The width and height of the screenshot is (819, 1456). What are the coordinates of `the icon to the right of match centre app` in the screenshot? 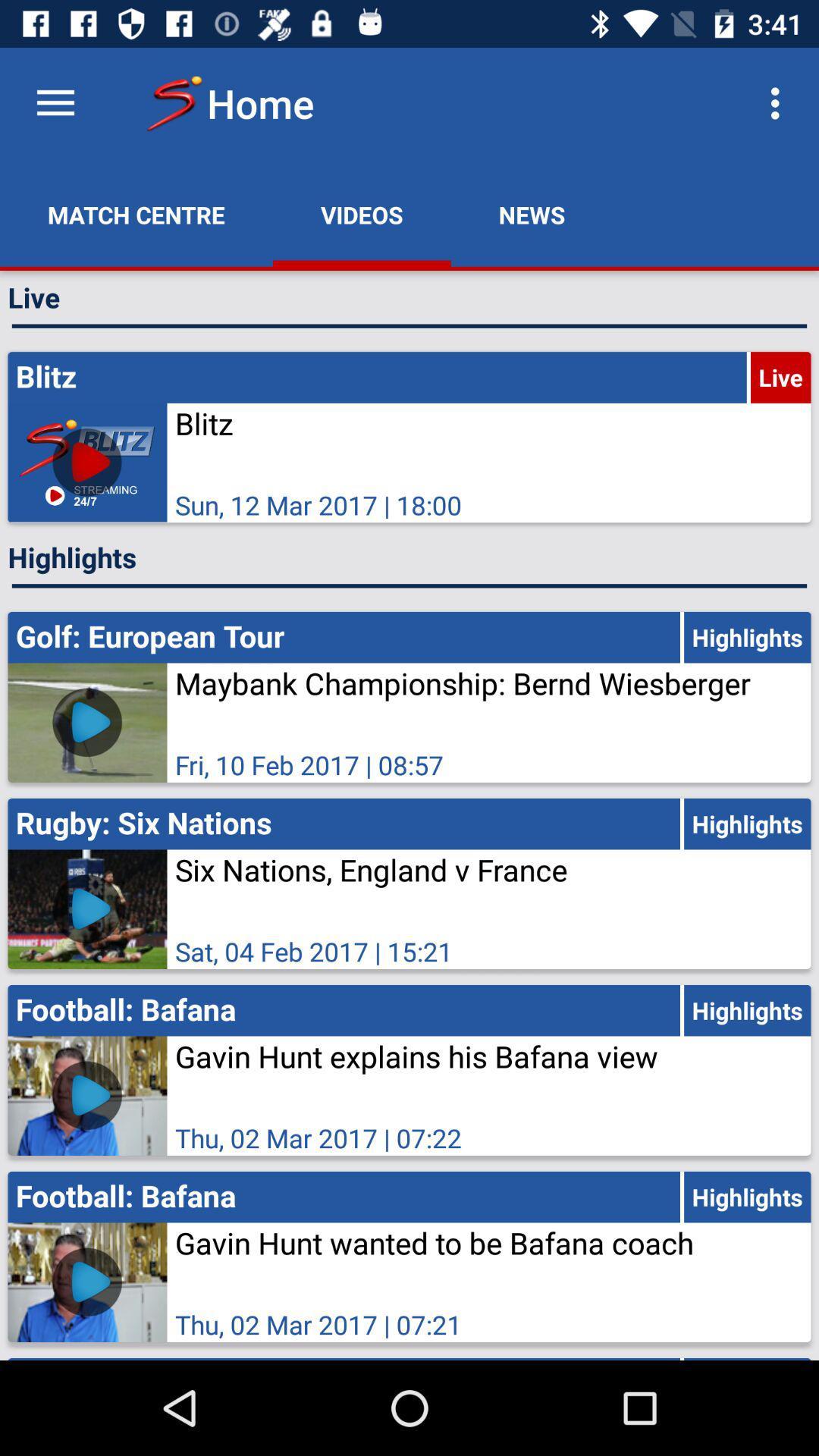 It's located at (362, 214).